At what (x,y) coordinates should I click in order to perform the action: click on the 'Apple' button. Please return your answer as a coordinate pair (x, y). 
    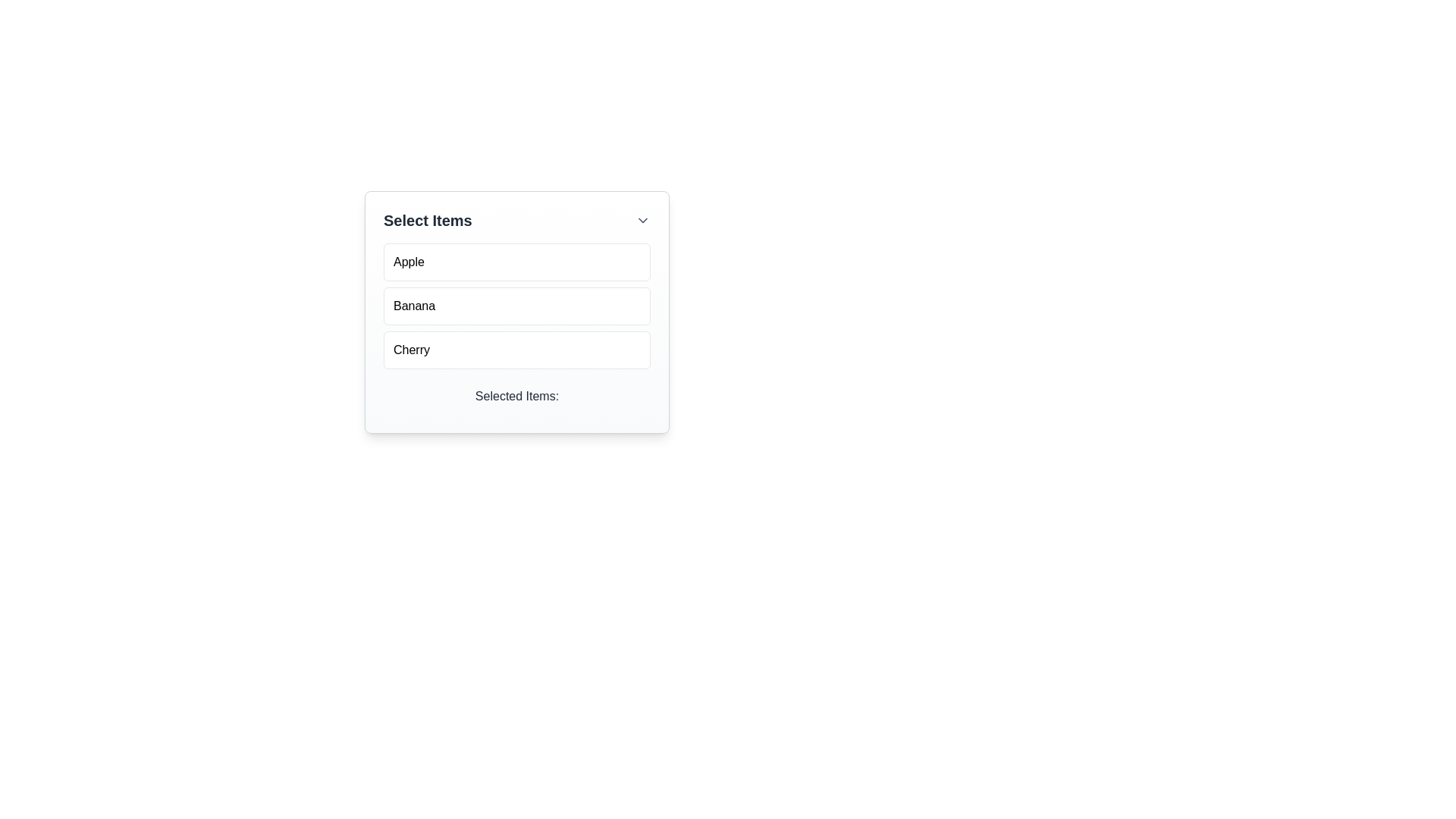
    Looking at the image, I should click on (516, 262).